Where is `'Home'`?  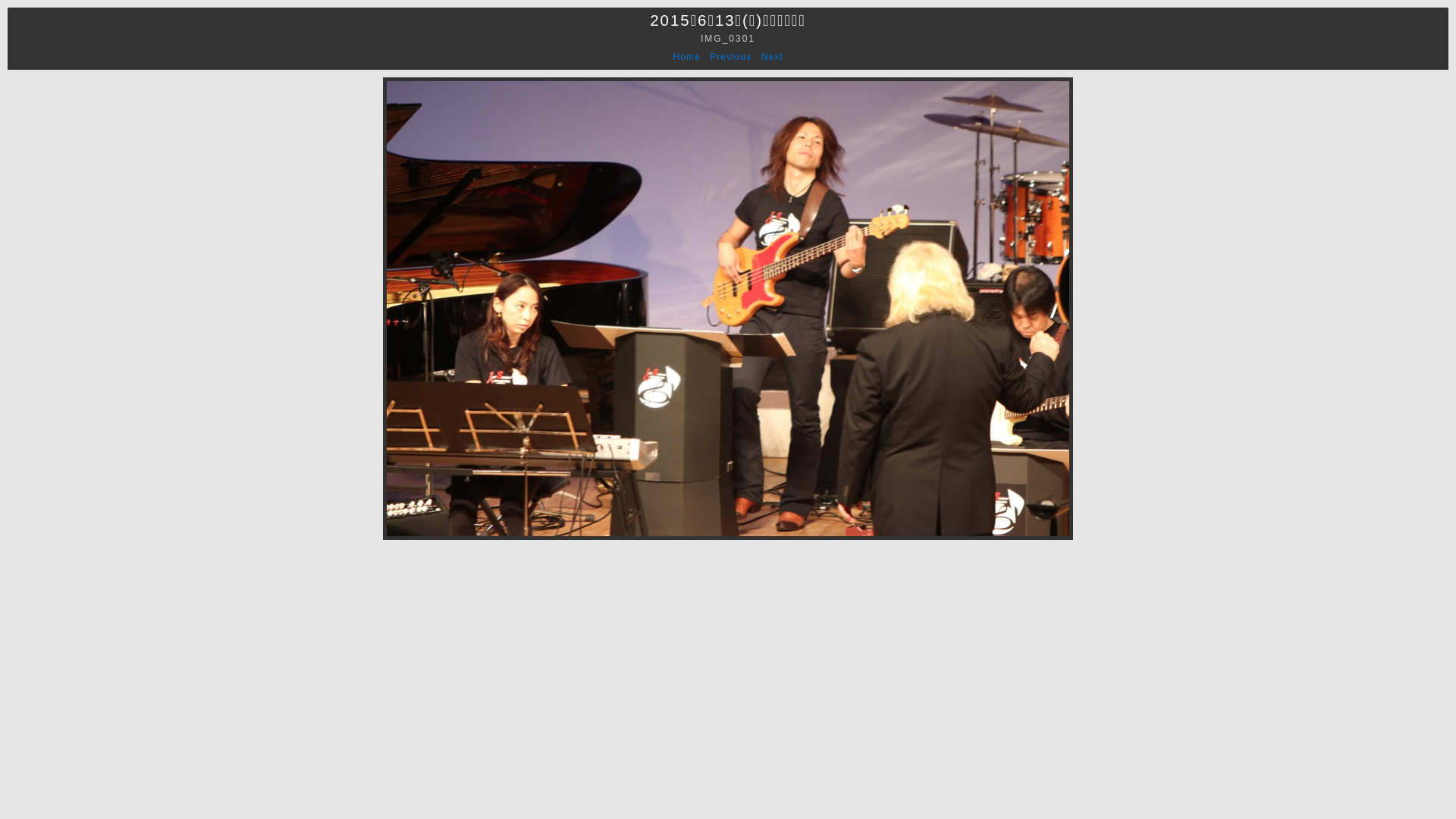 'Home' is located at coordinates (686, 55).